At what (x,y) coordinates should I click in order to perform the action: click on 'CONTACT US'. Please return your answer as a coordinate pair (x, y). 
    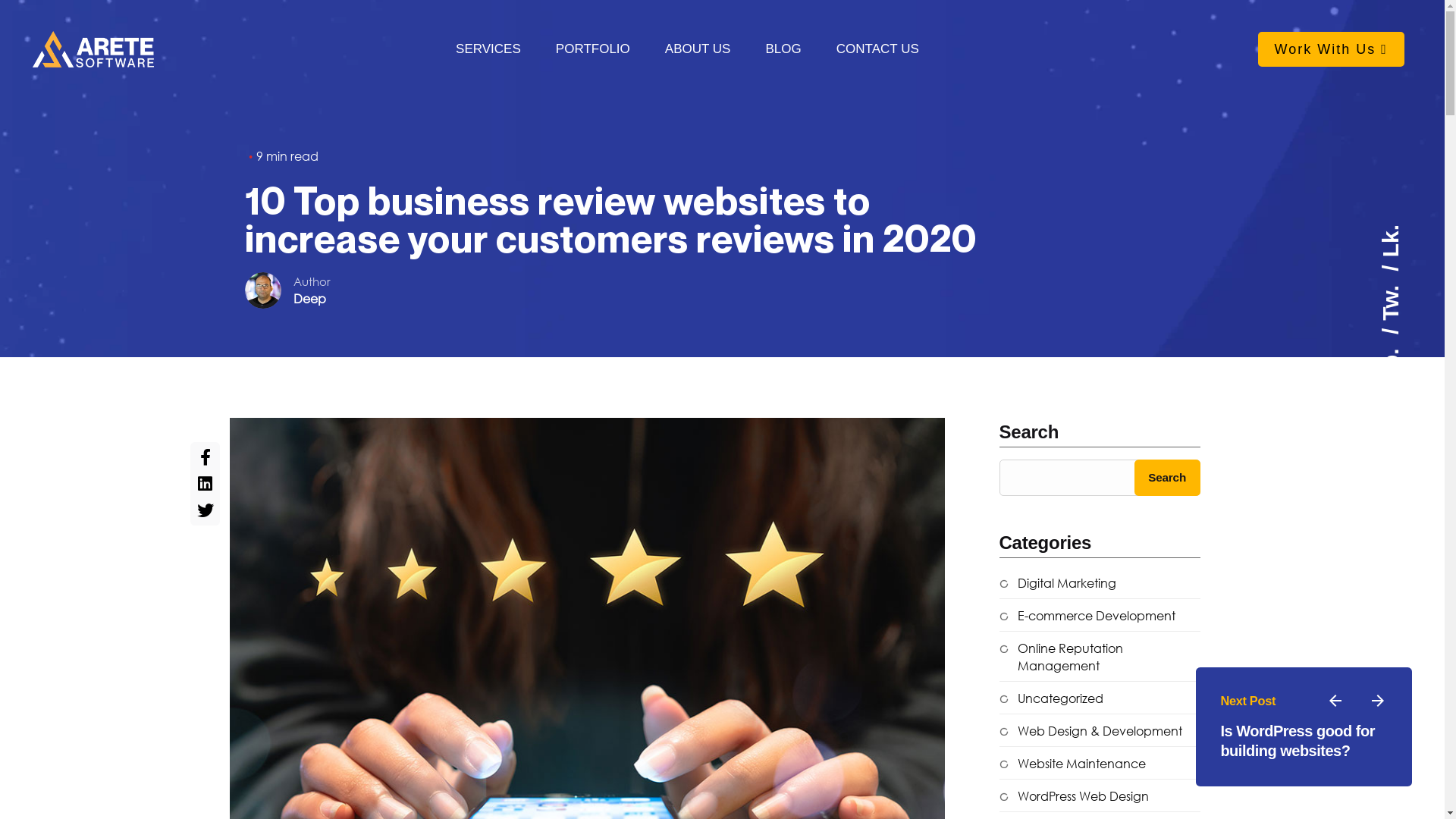
    Looking at the image, I should click on (877, 49).